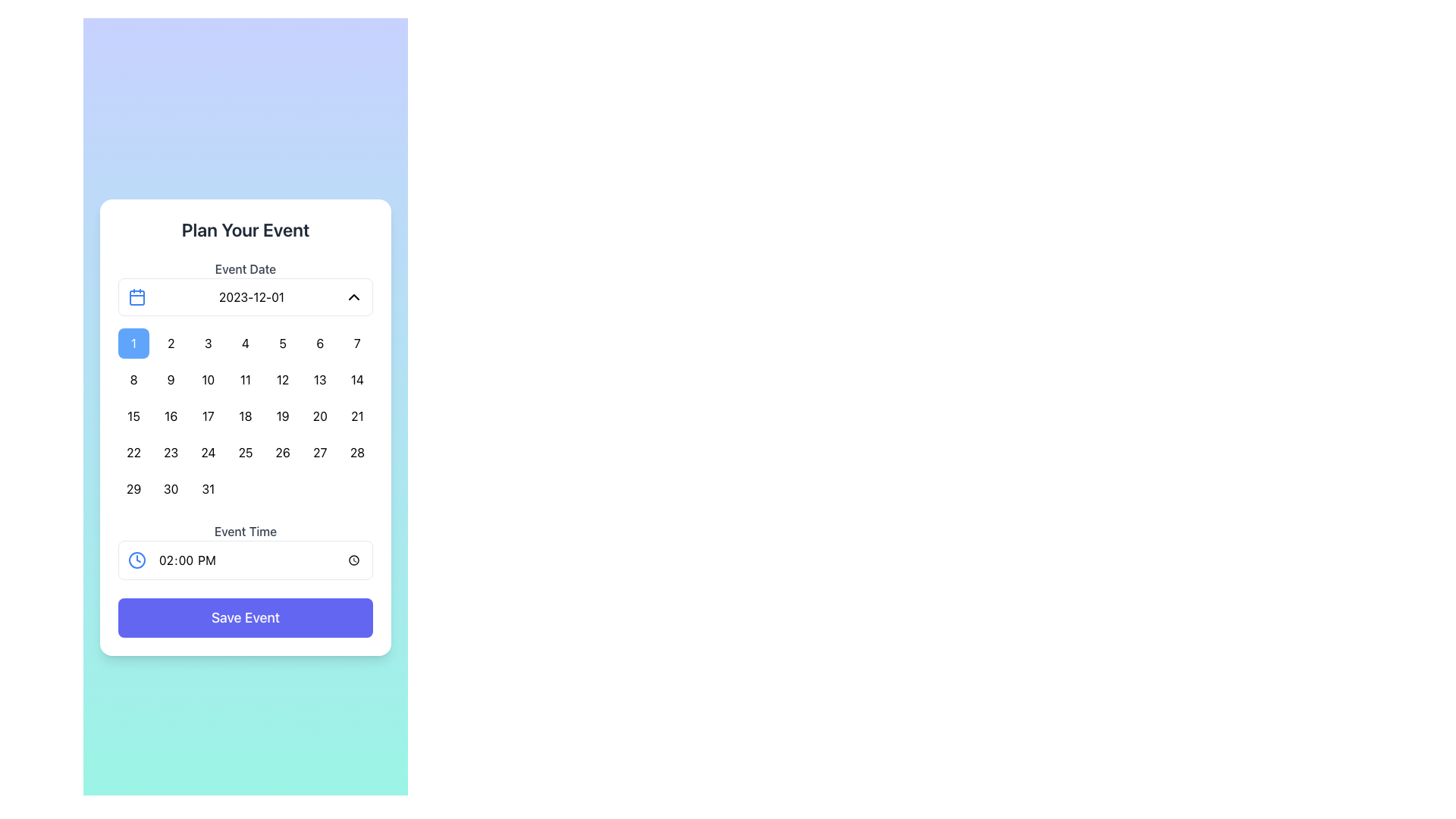 This screenshot has height=819, width=1456. What do you see at coordinates (133, 452) in the screenshot?
I see `the rectangular button labeled '22' in the calendar grid` at bounding box center [133, 452].